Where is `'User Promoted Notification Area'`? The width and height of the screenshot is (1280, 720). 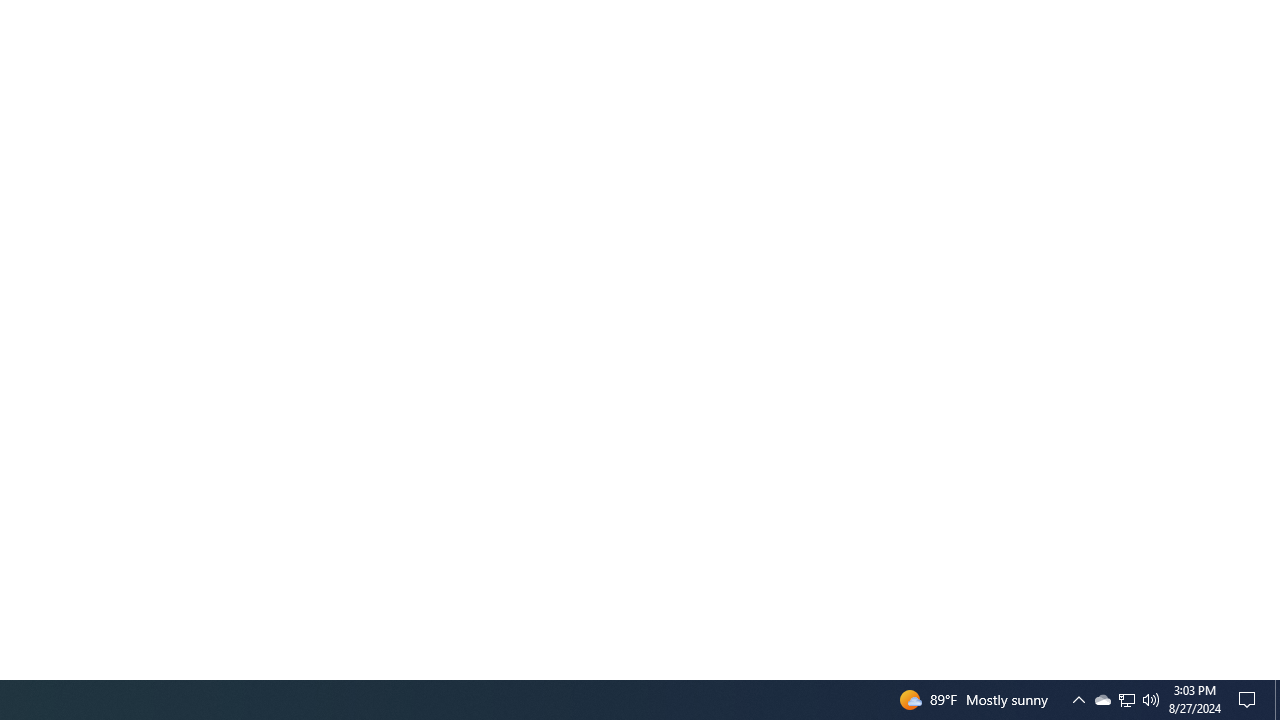
'User Promoted Notification Area' is located at coordinates (1151, 698).